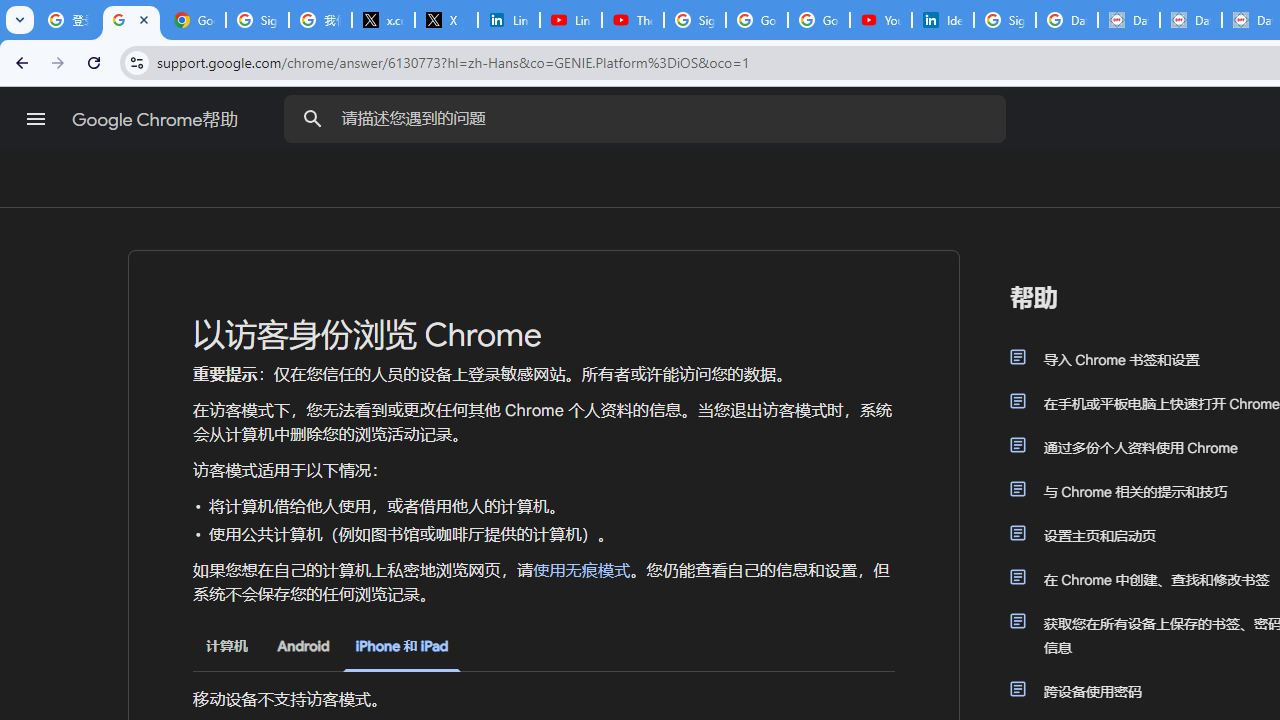 The height and width of the screenshot is (720, 1280). I want to click on 'Sign in - Google Accounts', so click(256, 20).